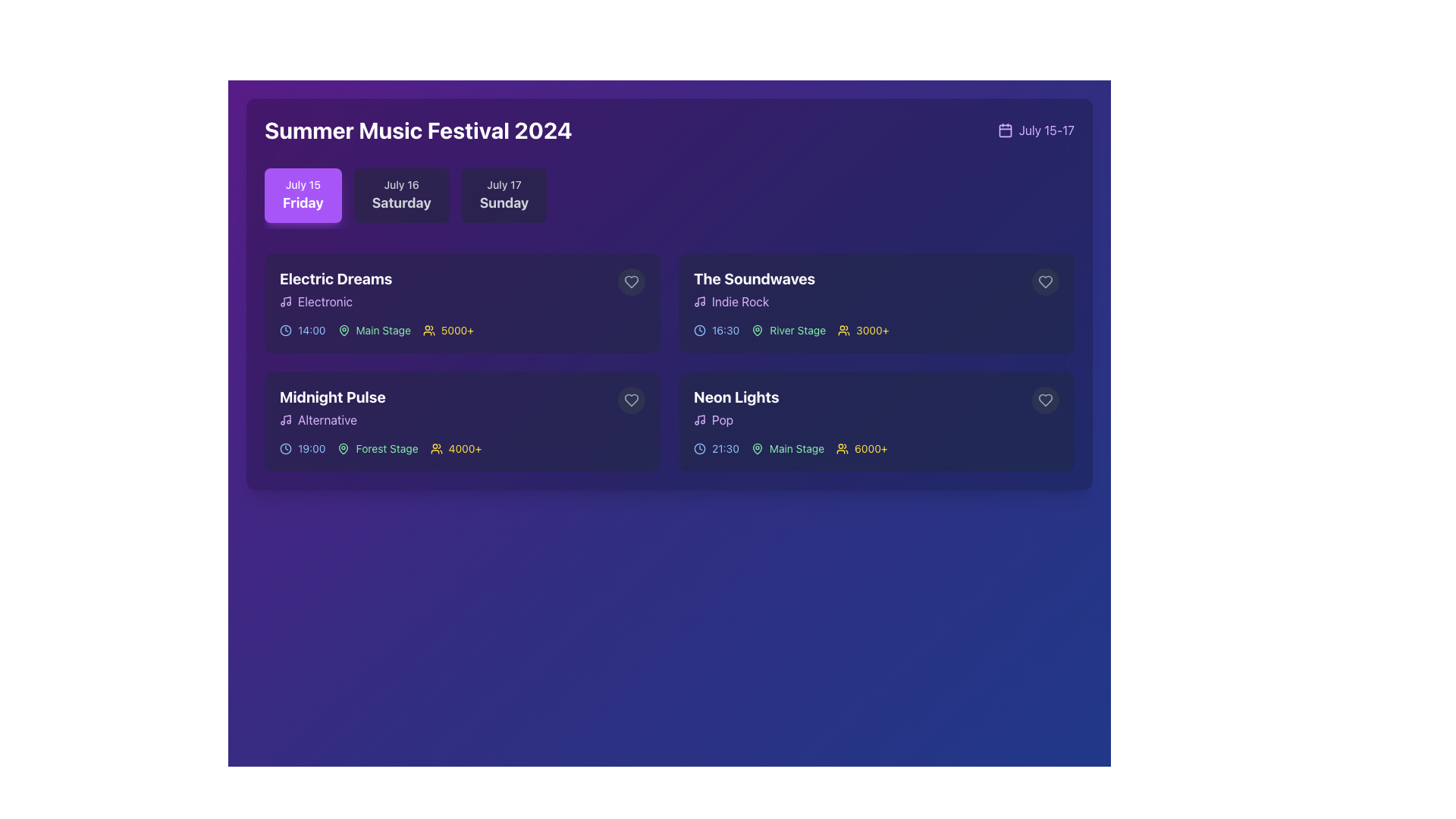  Describe the element at coordinates (461, 447) in the screenshot. I see `the Text and Icon Group displaying event details with a clock icon, map pin icon, and user icon located at the bottom of the second card in the second row under 'Midnight Pulse Alternative.'` at that location.